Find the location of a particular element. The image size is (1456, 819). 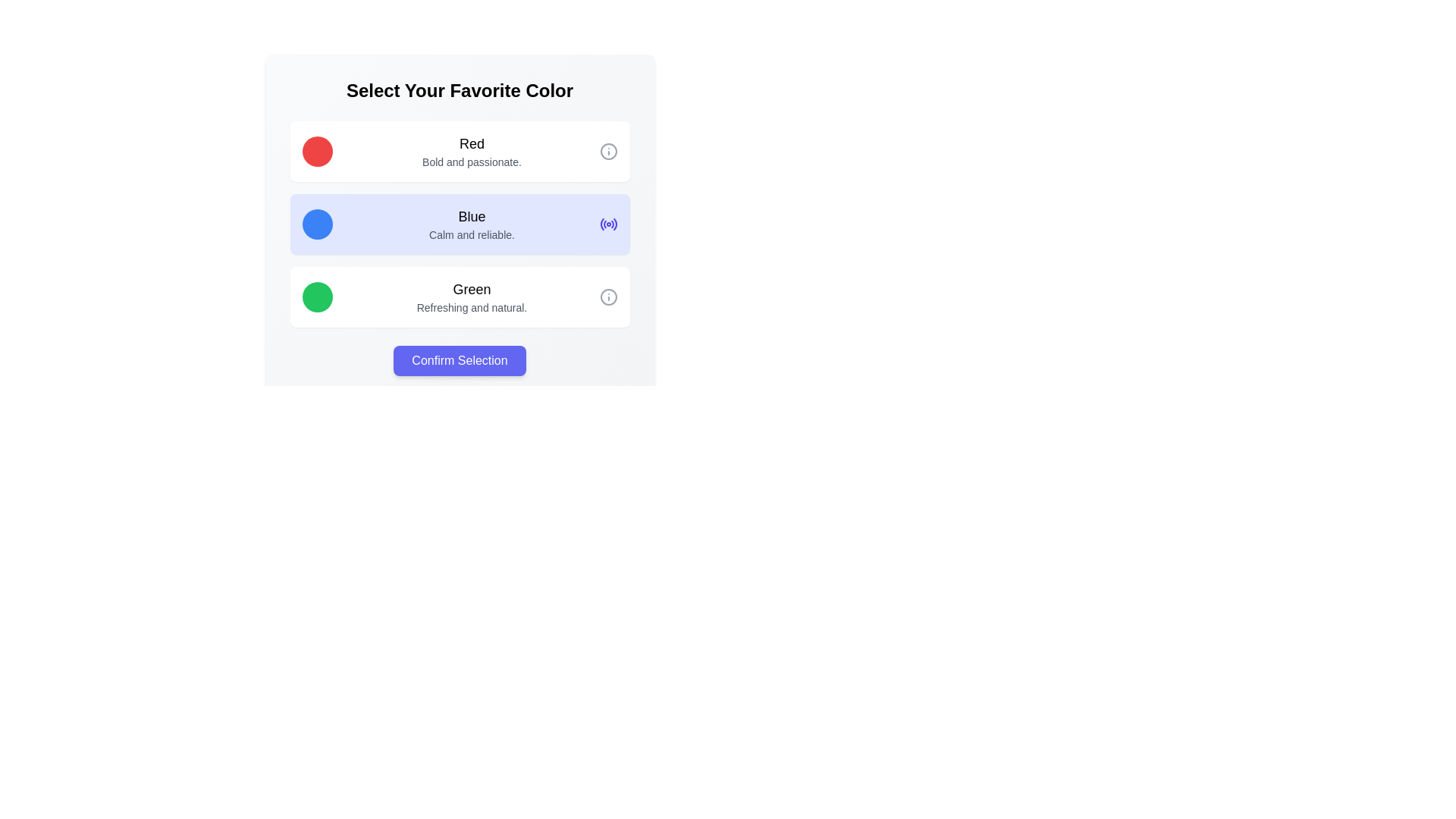

on the currently selected item 'Blue' in the color selection list, which is highlighted in the section labeled 'Select Your Favorite Color.' is located at coordinates (459, 224).